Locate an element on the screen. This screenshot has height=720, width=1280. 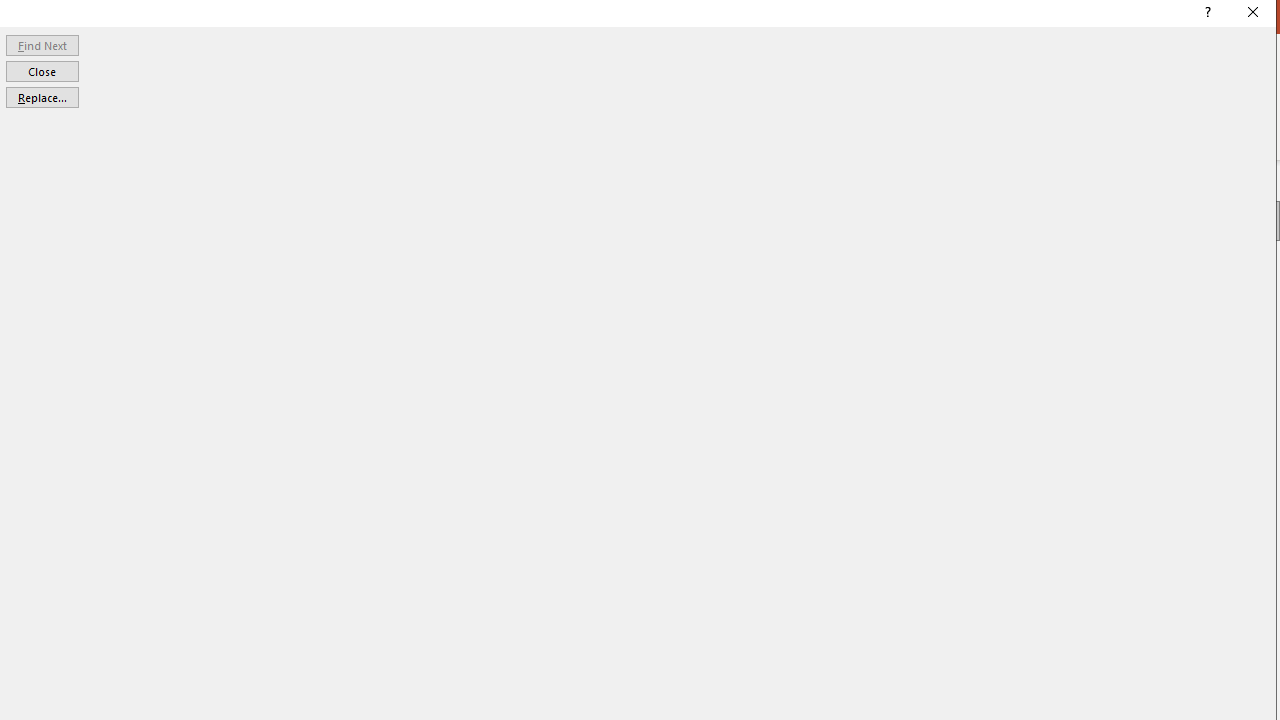
'Find Next' is located at coordinates (42, 45).